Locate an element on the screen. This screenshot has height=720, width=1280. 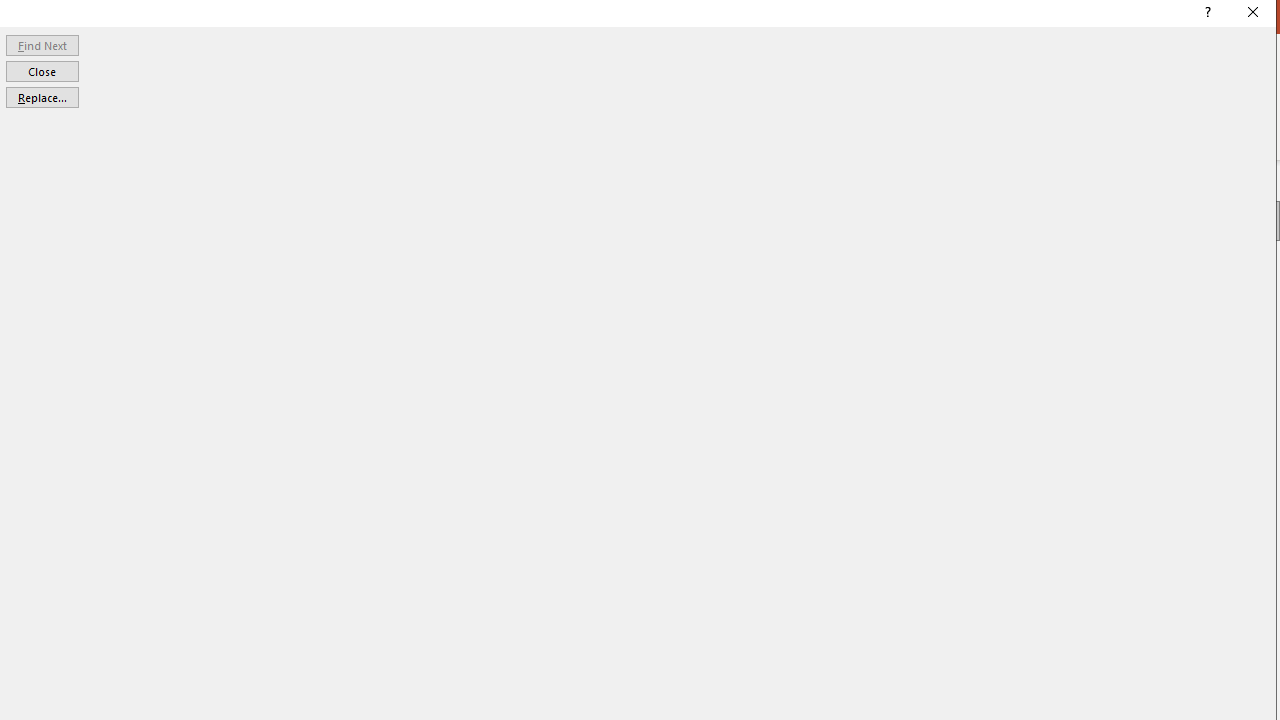
'Find Next' is located at coordinates (42, 45).